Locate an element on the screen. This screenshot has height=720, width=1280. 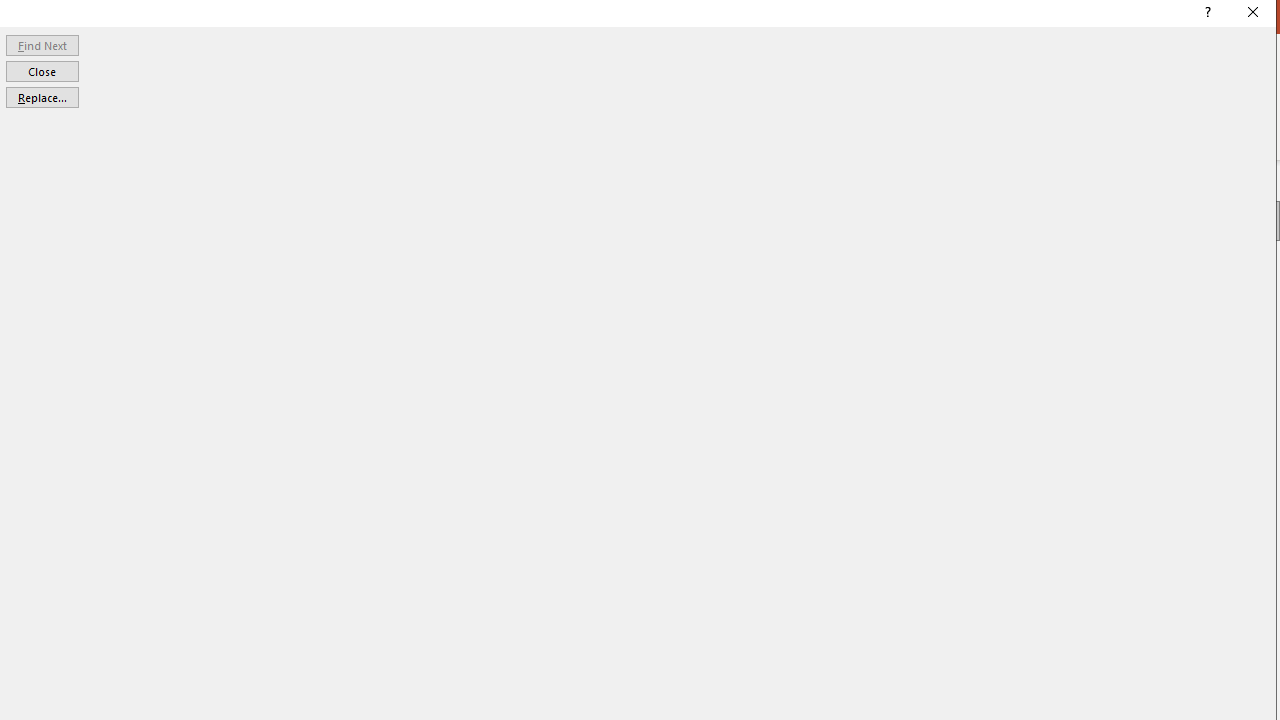
'Find Next' is located at coordinates (42, 45).